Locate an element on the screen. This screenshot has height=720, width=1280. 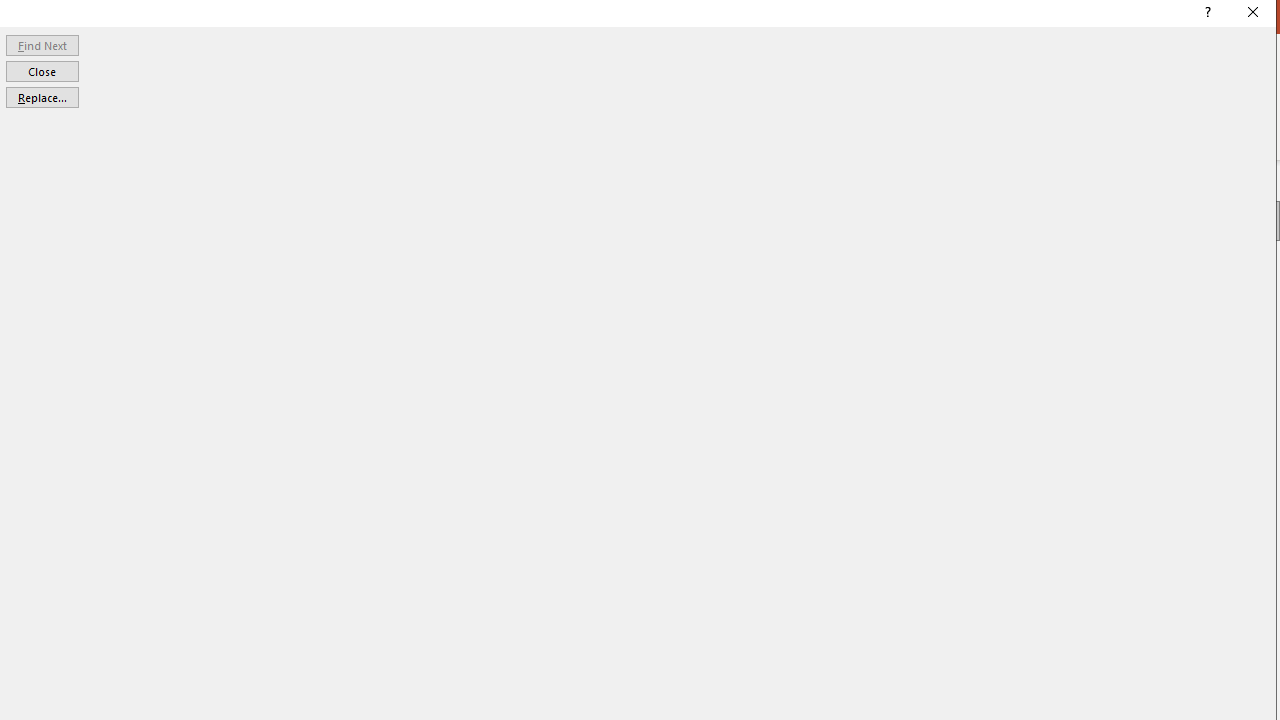
'Find Next' is located at coordinates (42, 45).